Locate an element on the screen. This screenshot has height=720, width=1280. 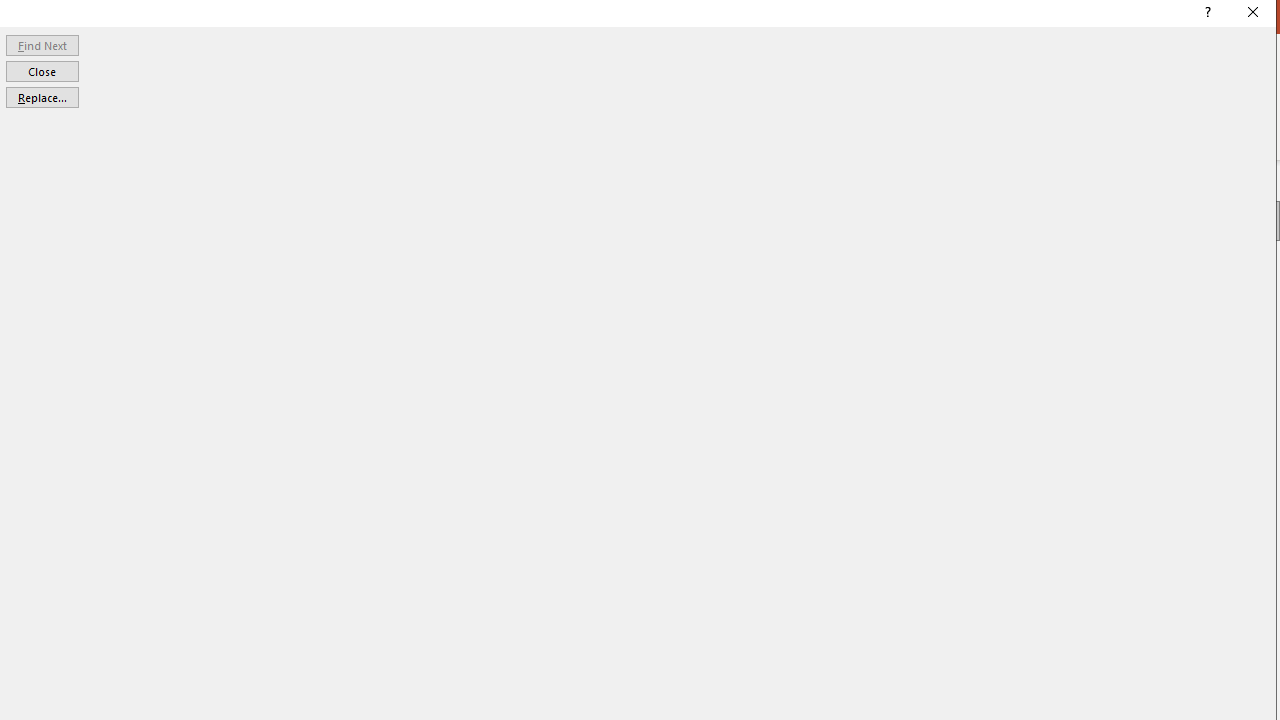
'Find Next' is located at coordinates (42, 45).